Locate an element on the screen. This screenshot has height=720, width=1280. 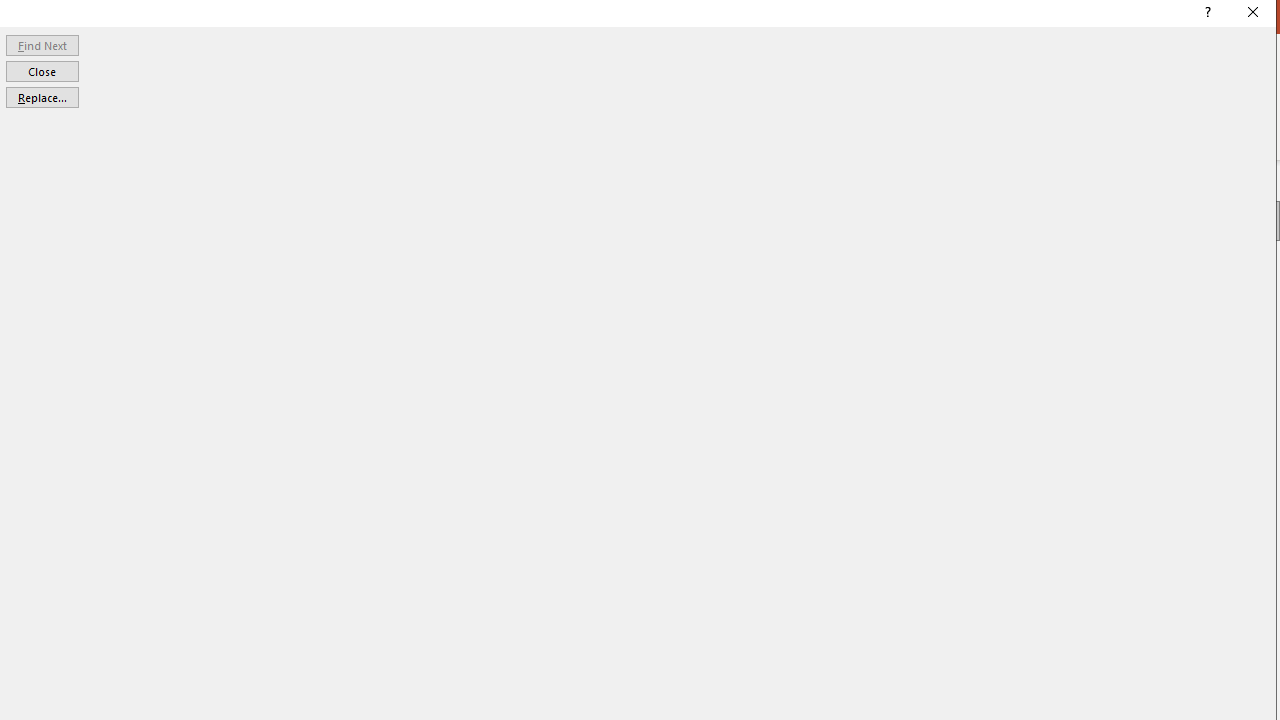
'Find Next' is located at coordinates (42, 45).